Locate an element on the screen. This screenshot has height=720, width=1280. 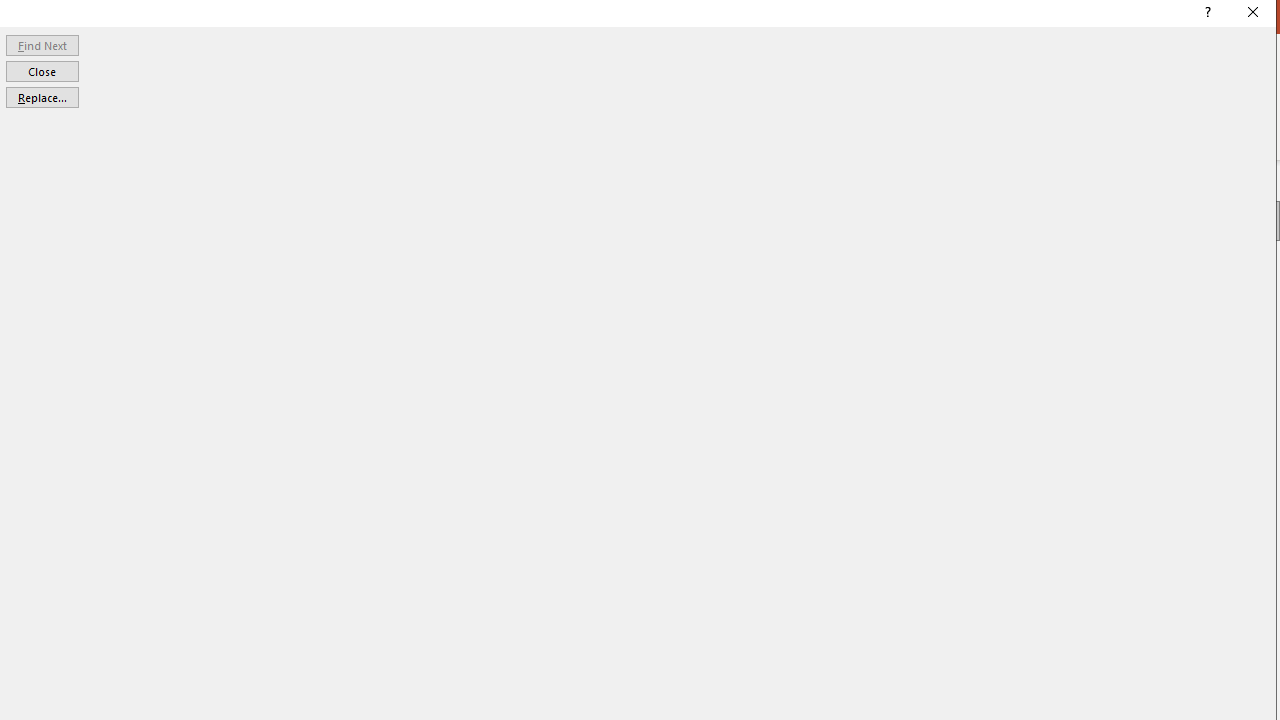
'Find Next' is located at coordinates (42, 45).